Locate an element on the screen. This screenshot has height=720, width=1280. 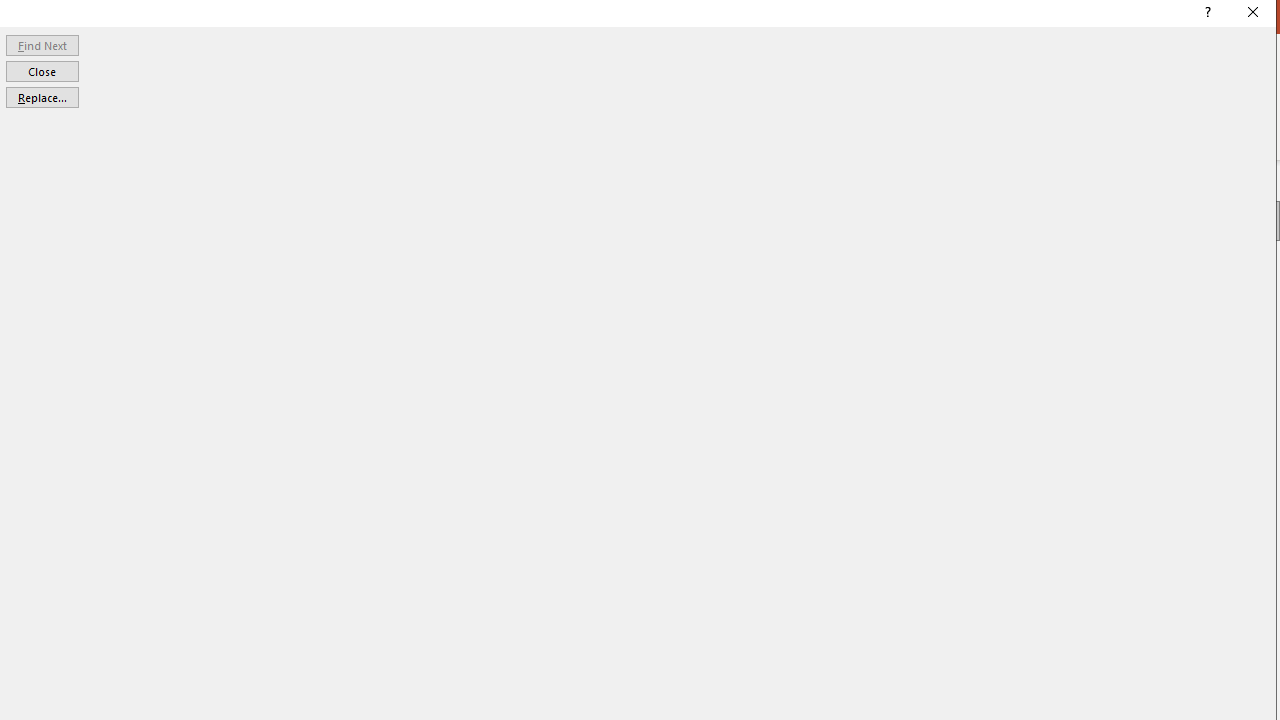
'Find Next' is located at coordinates (42, 45).